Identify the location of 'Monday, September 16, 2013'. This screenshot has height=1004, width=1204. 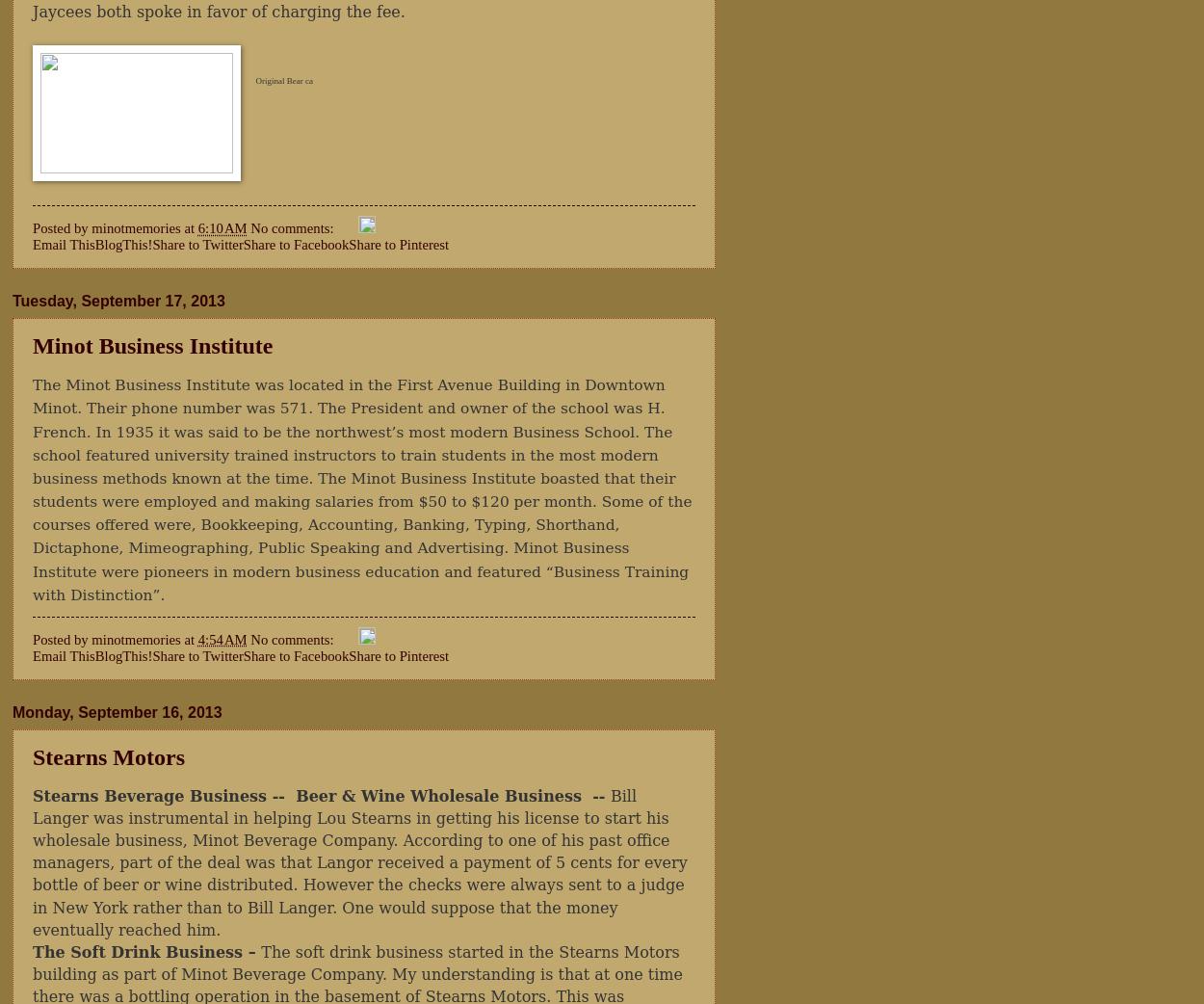
(116, 710).